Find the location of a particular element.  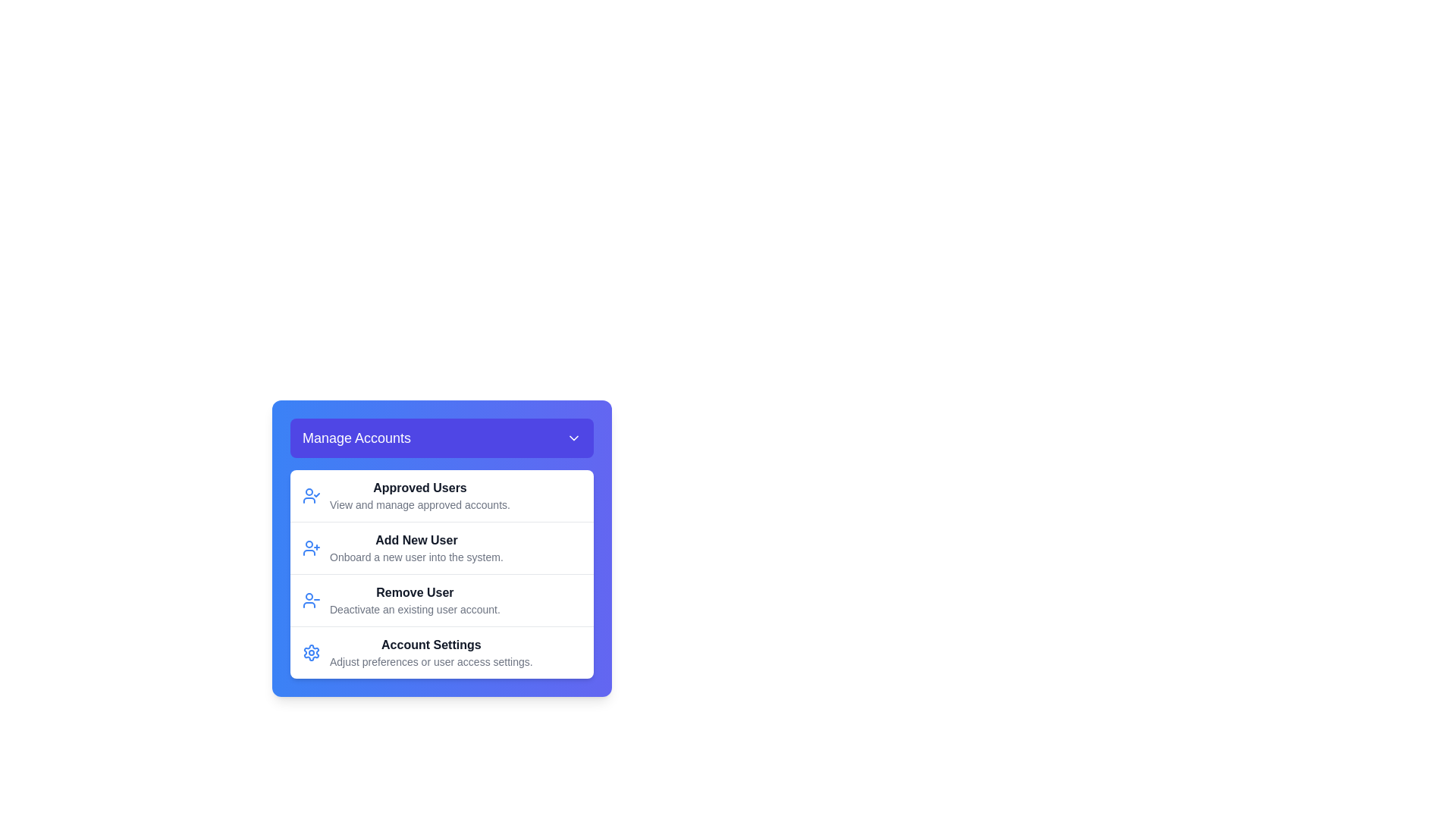

the small text component that reads 'Deactivate an existing user account.', which is located beneath the main title 'Remove User' is located at coordinates (415, 608).